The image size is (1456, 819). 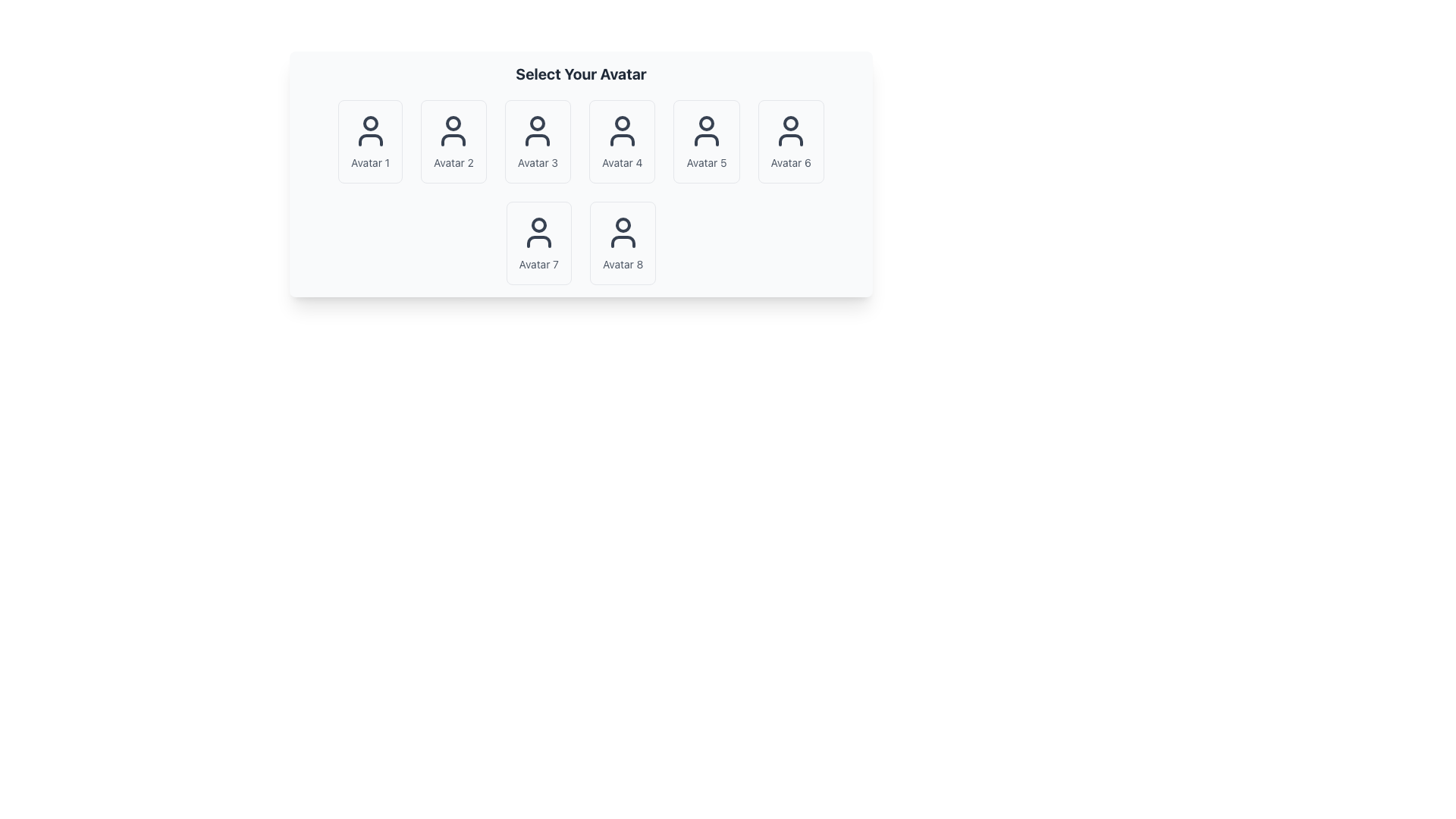 What do you see at coordinates (622, 163) in the screenshot?
I see `the label that identifies 'Avatar 4', located in the top row, fourth from the left in the avatar selection grid` at bounding box center [622, 163].